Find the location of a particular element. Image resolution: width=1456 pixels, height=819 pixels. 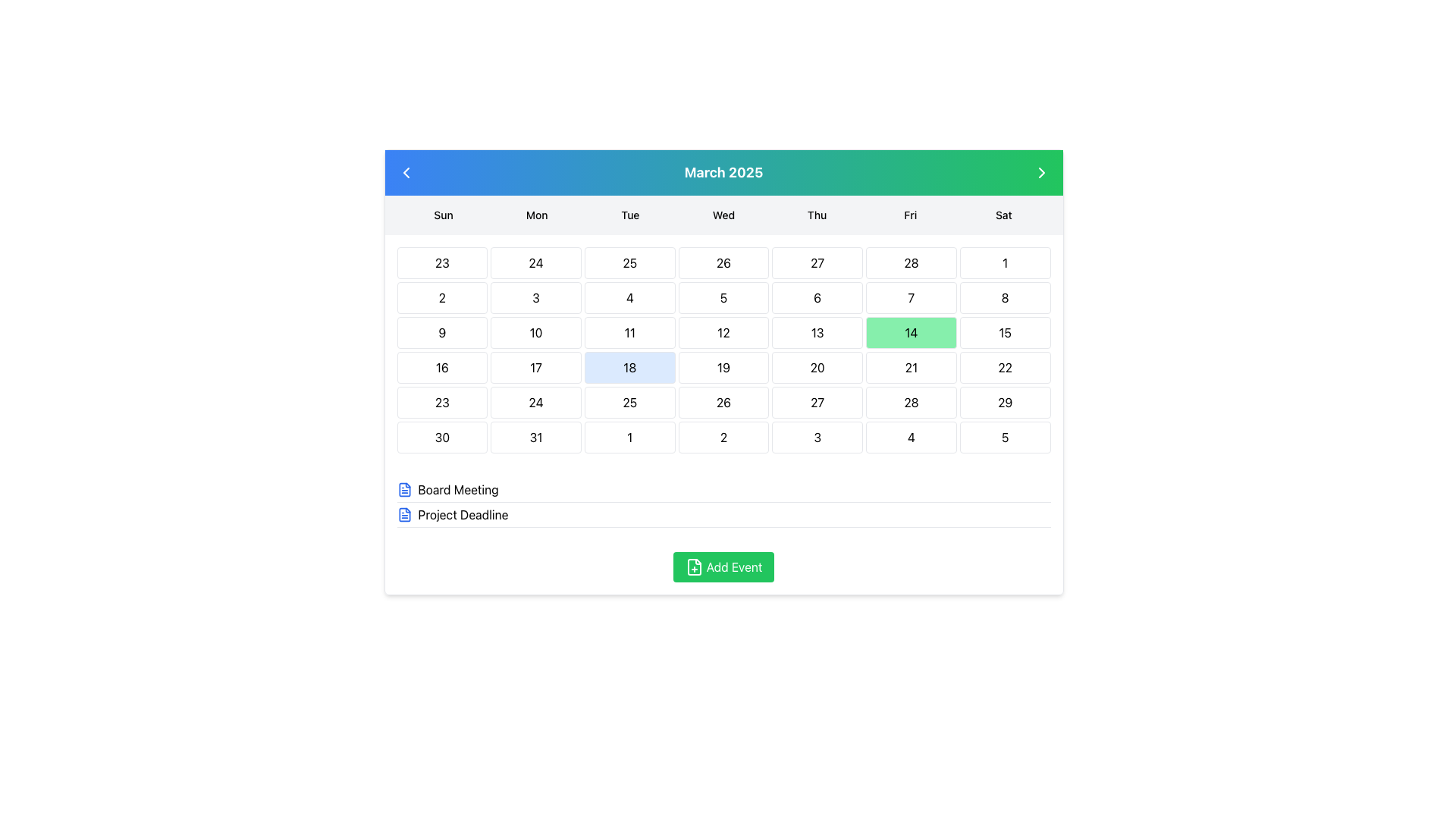

the document icon with a plus sign, which is located to the left of the 'Add Event' button and has a light green background is located at coordinates (693, 567).